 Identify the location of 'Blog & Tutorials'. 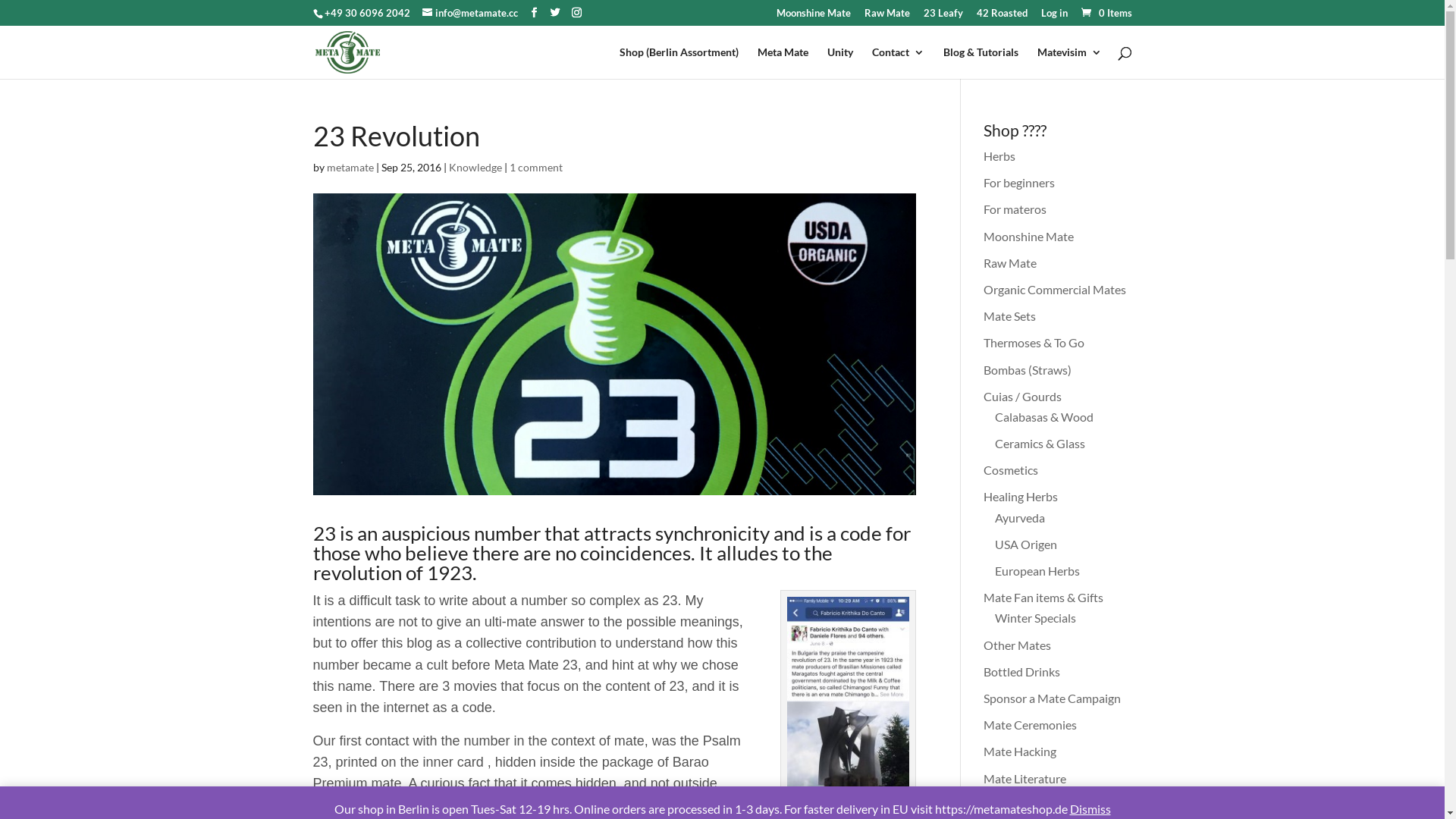
(981, 62).